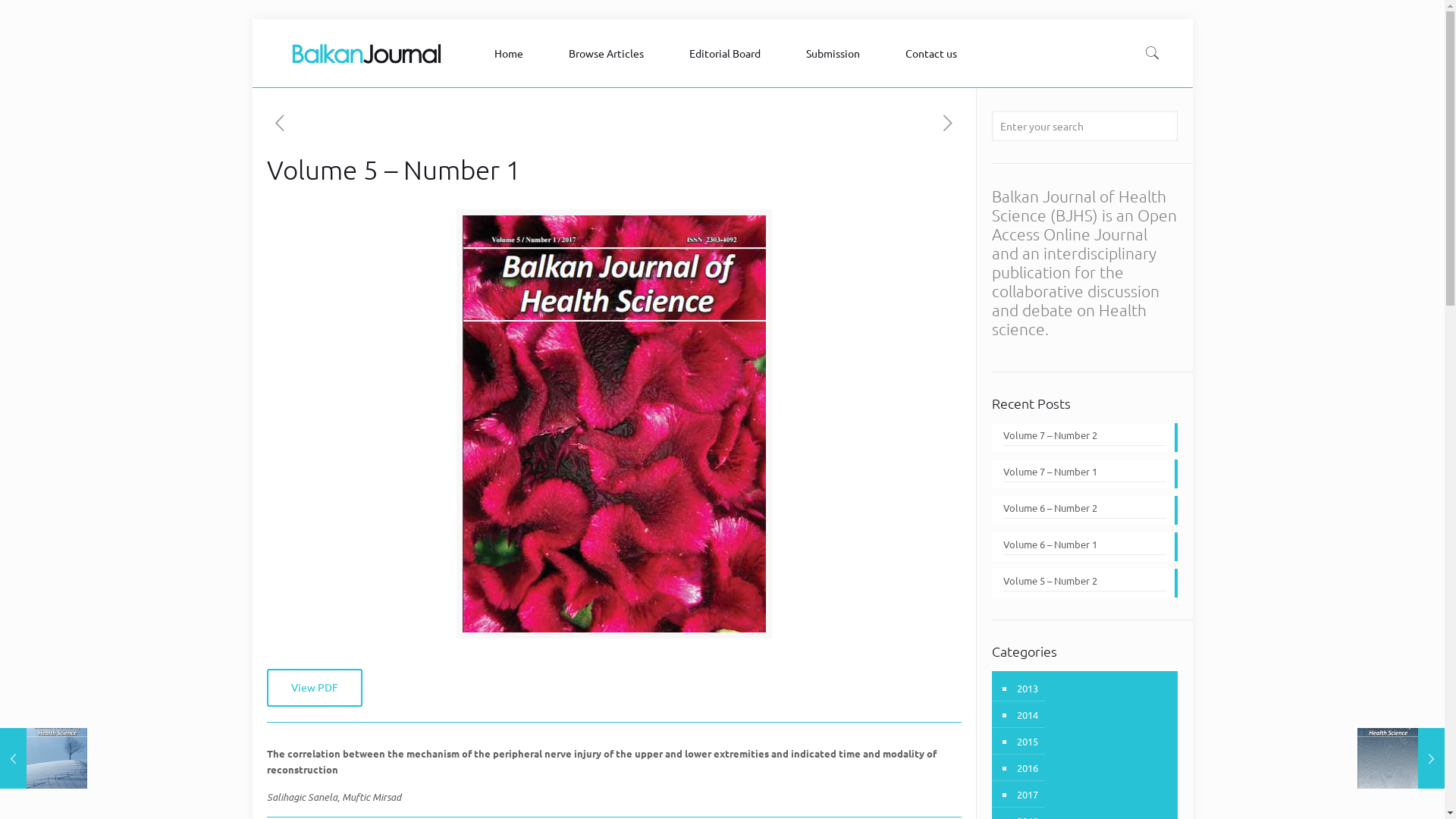 The width and height of the screenshot is (1456, 819). I want to click on '2014', so click(1026, 714).